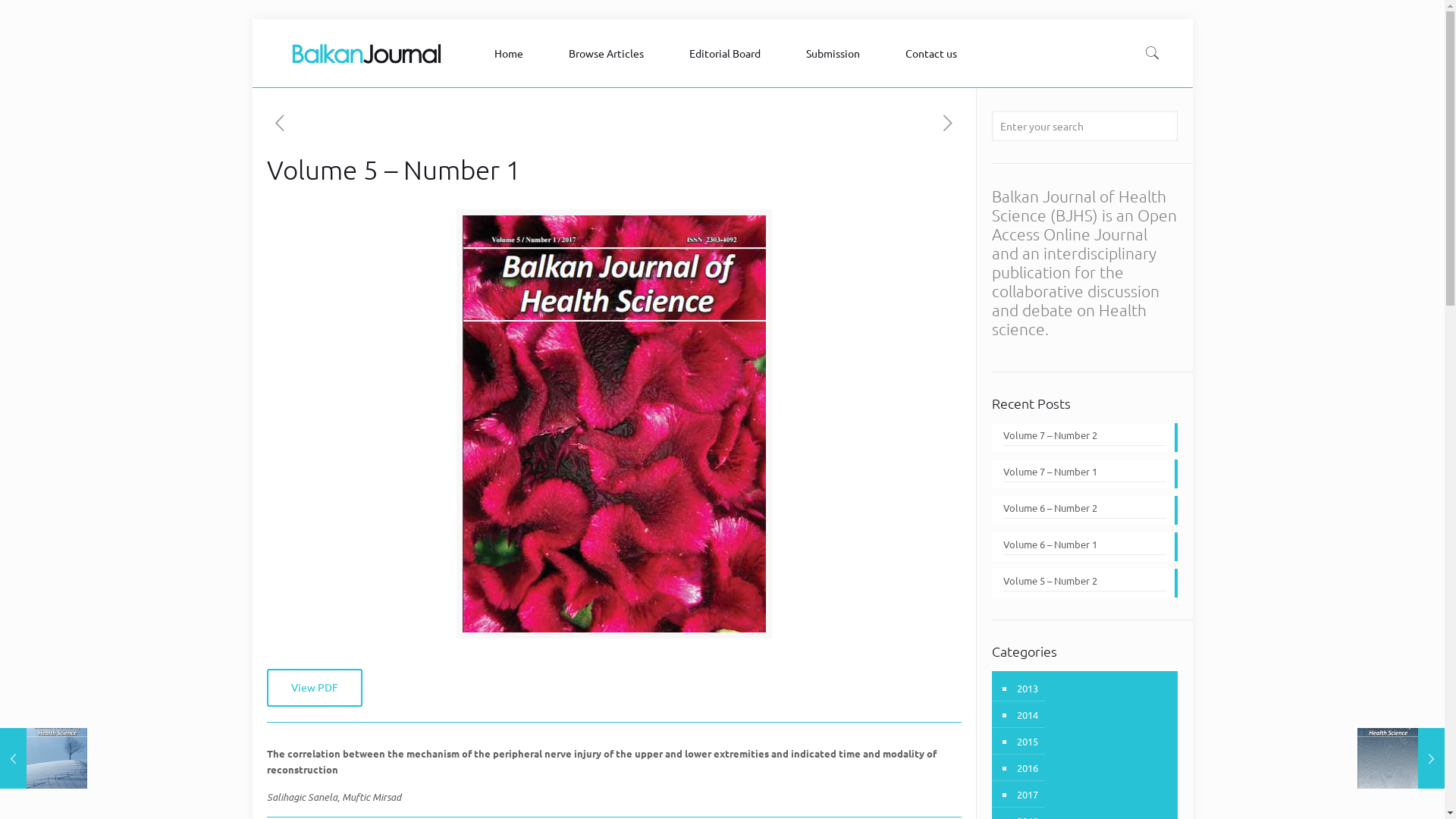 The width and height of the screenshot is (1456, 819). I want to click on '2014', so click(1026, 714).